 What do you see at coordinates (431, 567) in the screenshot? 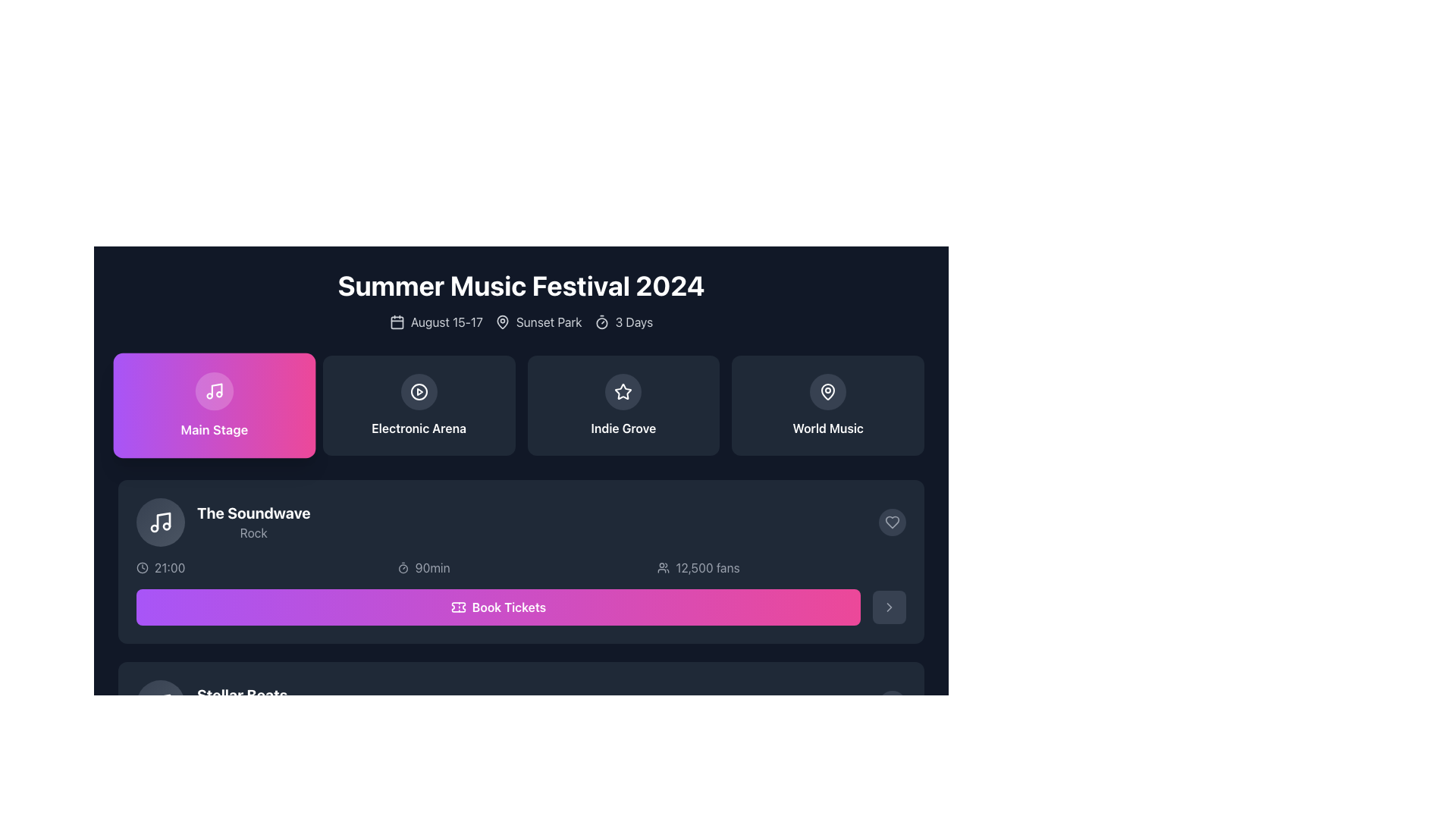
I see `text label displaying '90min' in light gray font, positioned next to the timer icon in the lower central section of 'The Soundwave' music event entry` at bounding box center [431, 567].